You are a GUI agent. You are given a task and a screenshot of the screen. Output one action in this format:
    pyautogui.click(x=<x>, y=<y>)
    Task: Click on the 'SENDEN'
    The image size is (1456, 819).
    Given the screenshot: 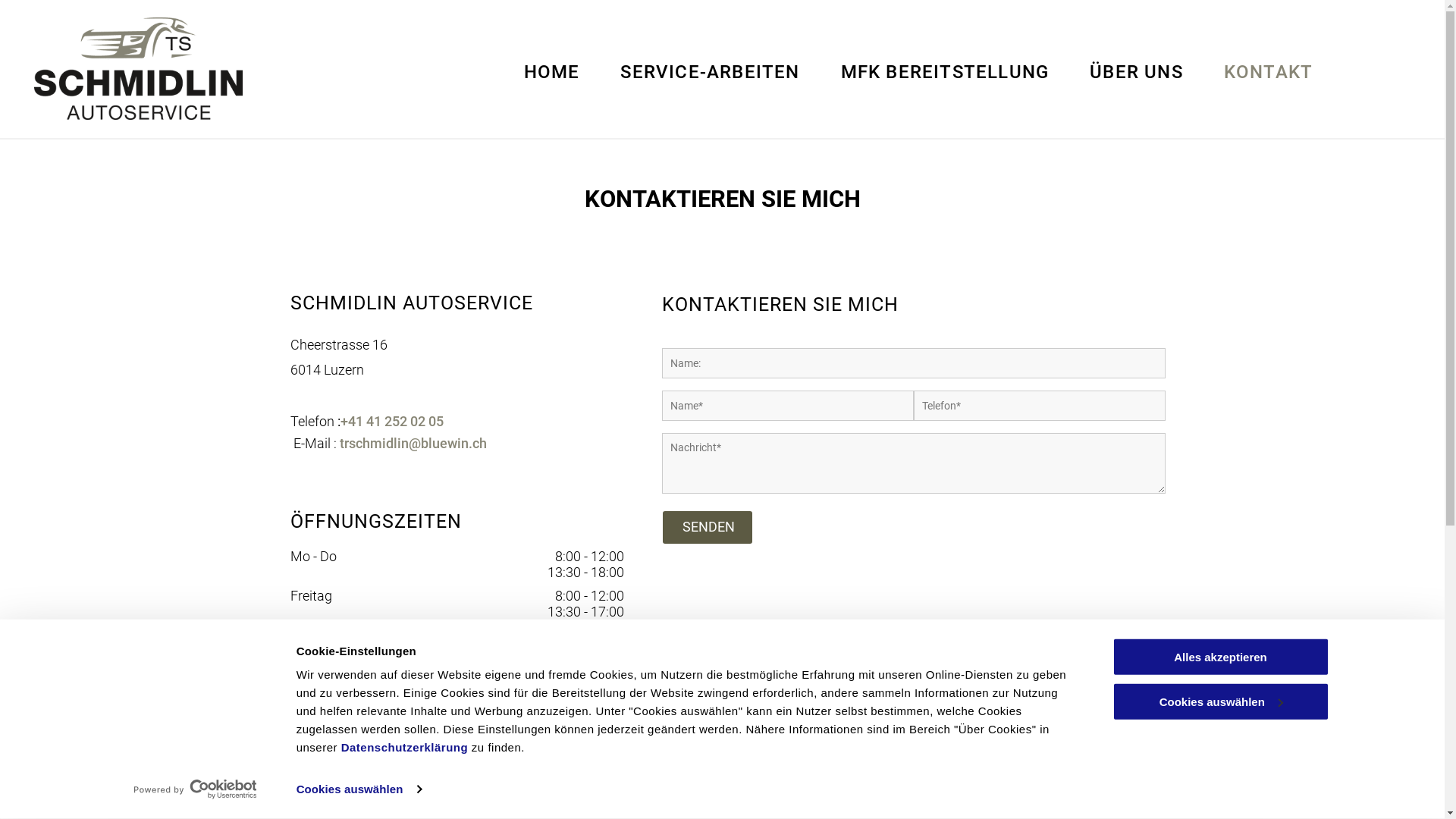 What is the action you would take?
    pyautogui.click(x=708, y=526)
    